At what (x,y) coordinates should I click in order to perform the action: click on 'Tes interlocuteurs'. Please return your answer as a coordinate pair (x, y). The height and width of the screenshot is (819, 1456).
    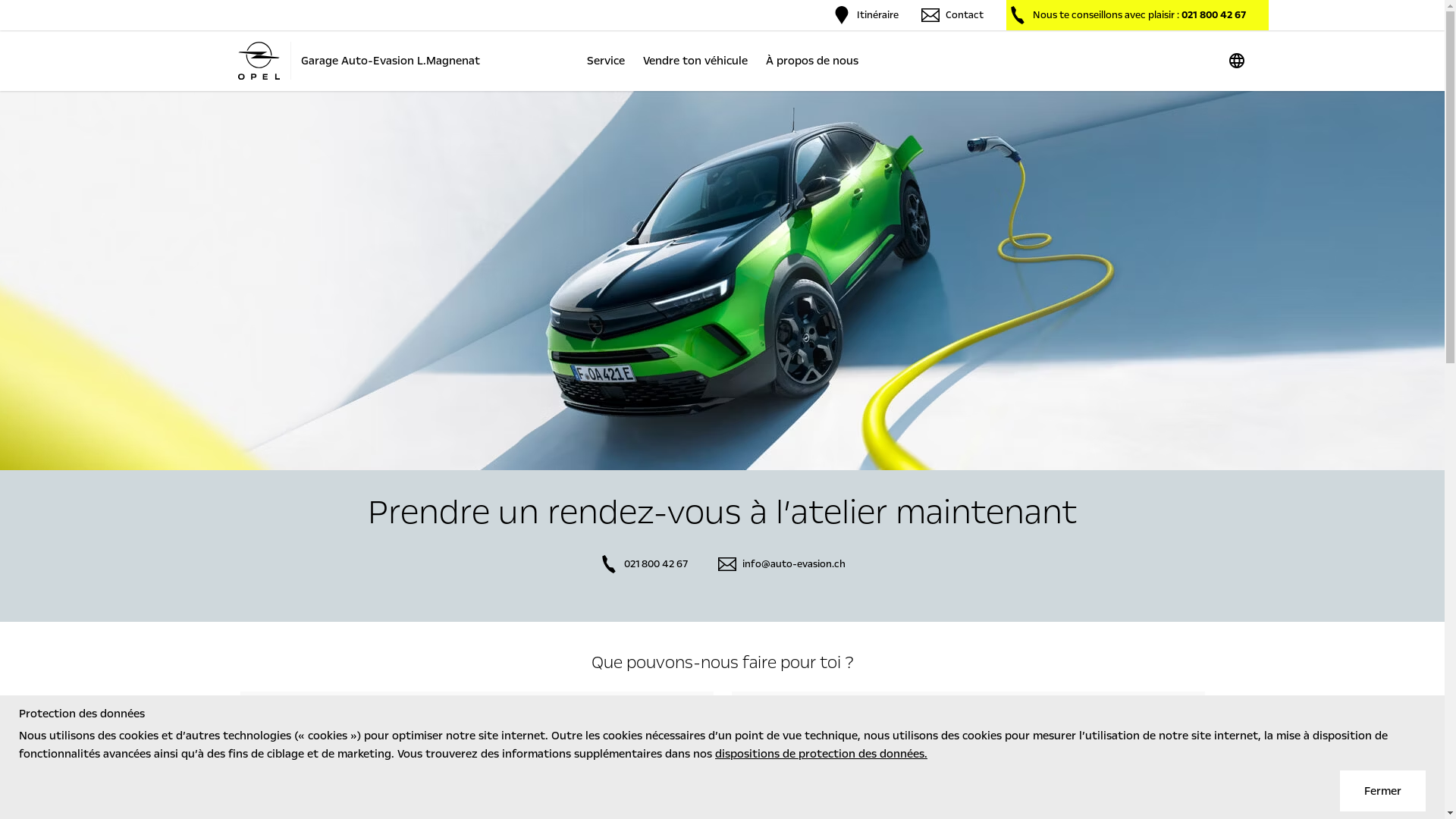
    Looking at the image, I should click on (731, 725).